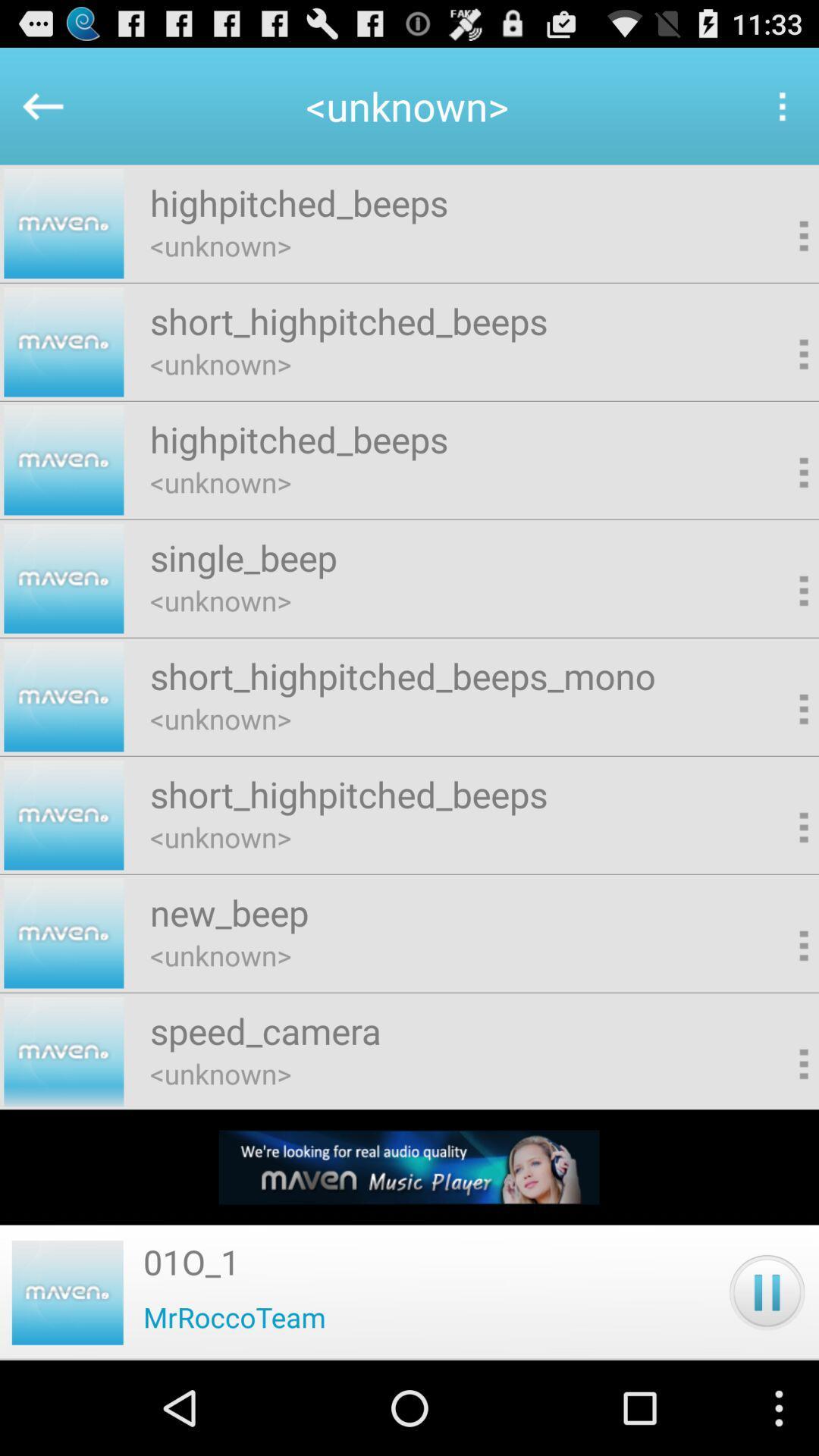  Describe the element at coordinates (767, 1383) in the screenshot. I see `the pause icon` at that location.